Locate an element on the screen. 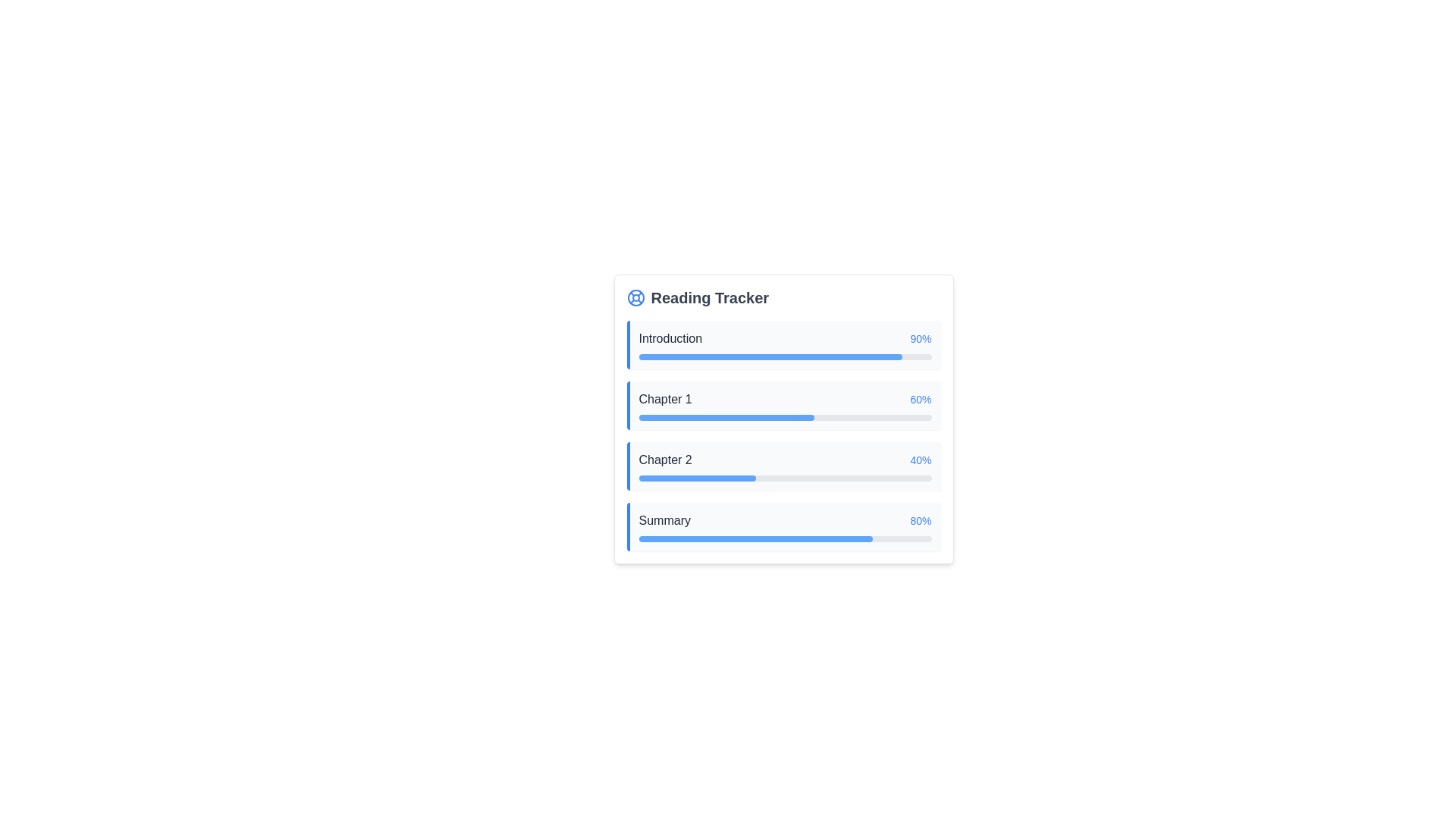 The image size is (1456, 819). the circular life buoy icon with a blue outline located adjacent to the 'Reading Tracker' text is located at coordinates (635, 298).